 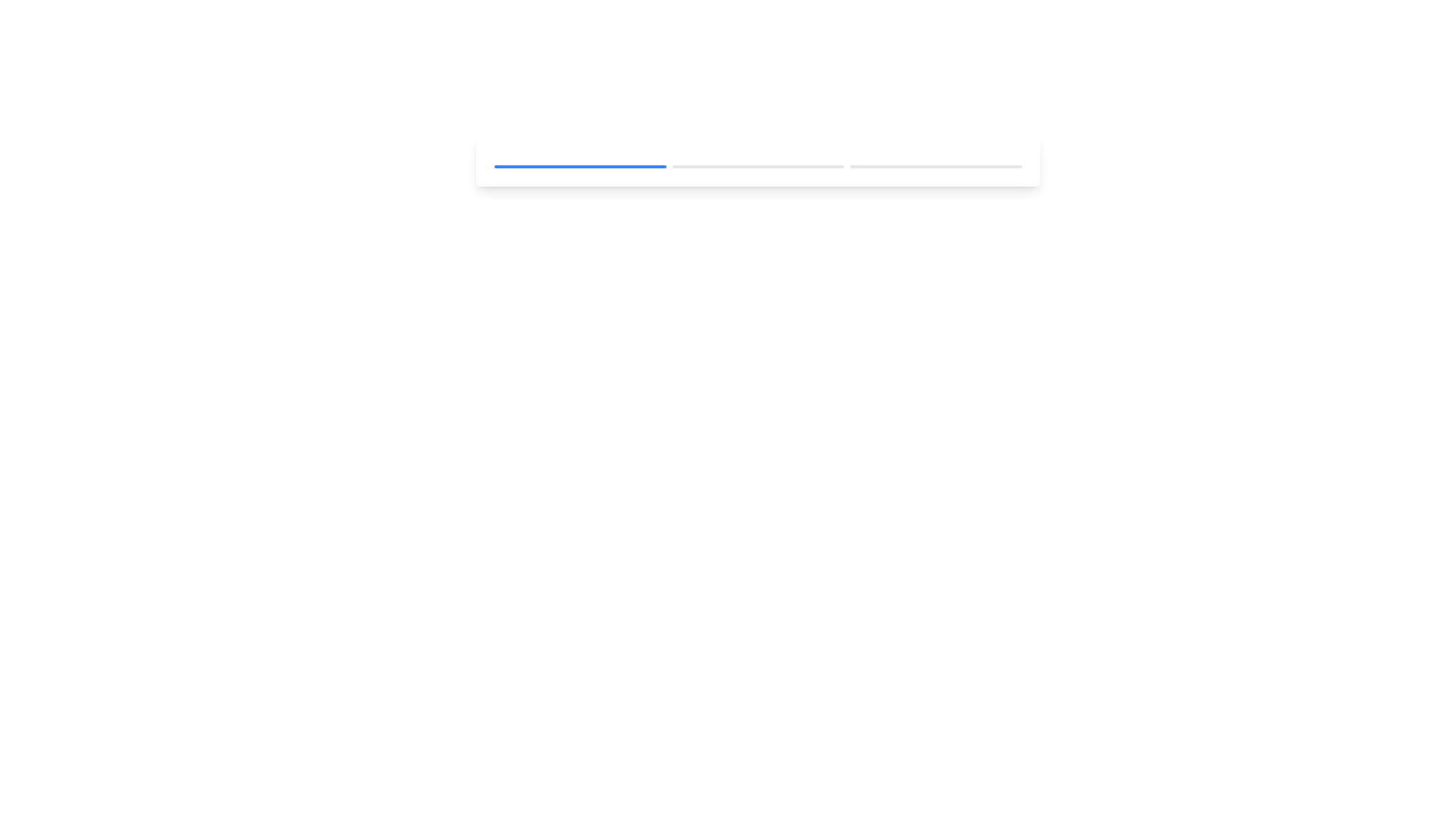 I want to click on the third selectable placeholder, which is a rectangular strip with rounded edges and a gray border, so click(x=935, y=166).